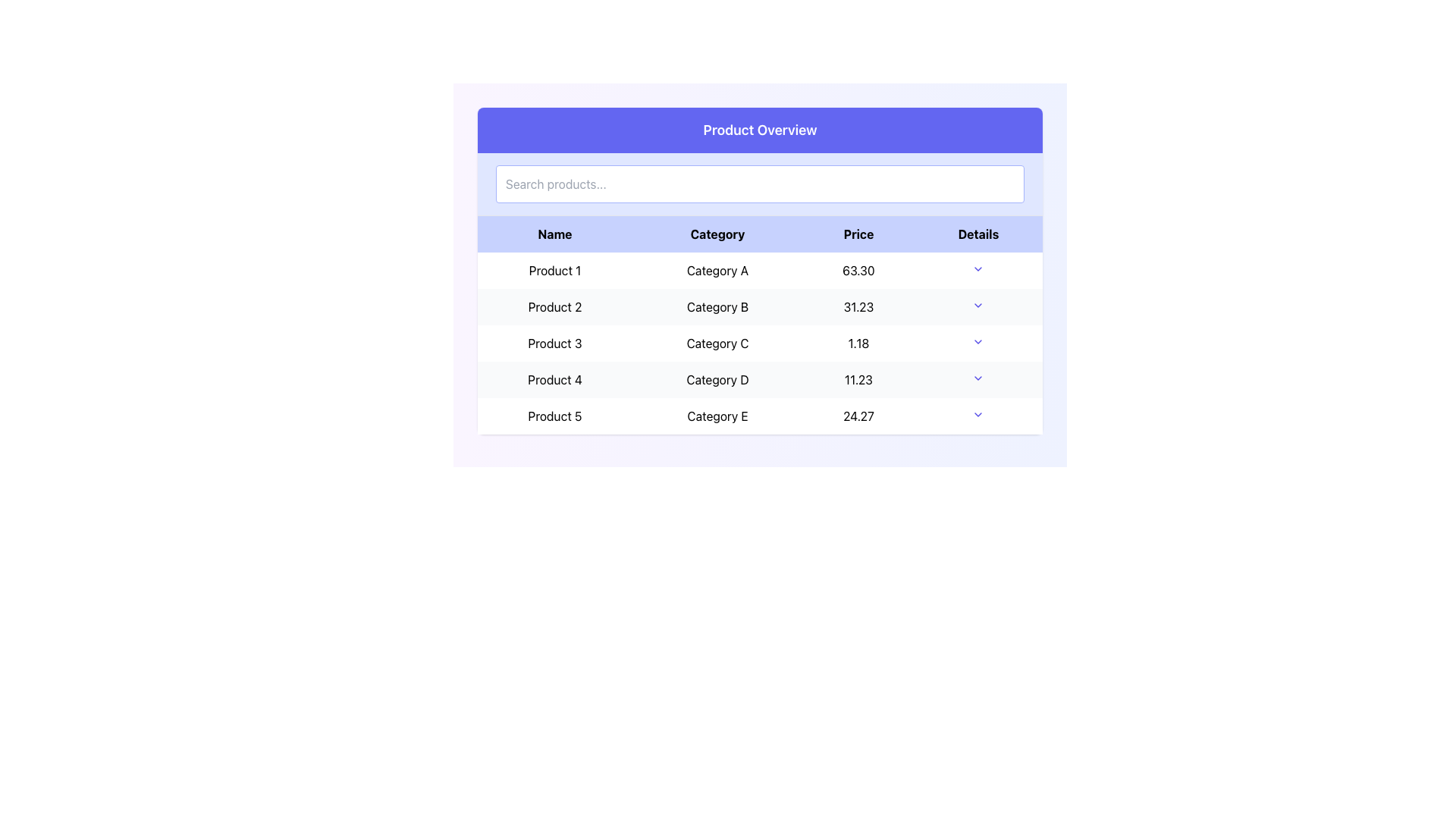 This screenshot has width=1456, height=819. Describe the element at coordinates (554, 234) in the screenshot. I see `the 'Name' text label, which is displayed in bold black font on a light blue background and is the first header in a row of four headers` at that location.